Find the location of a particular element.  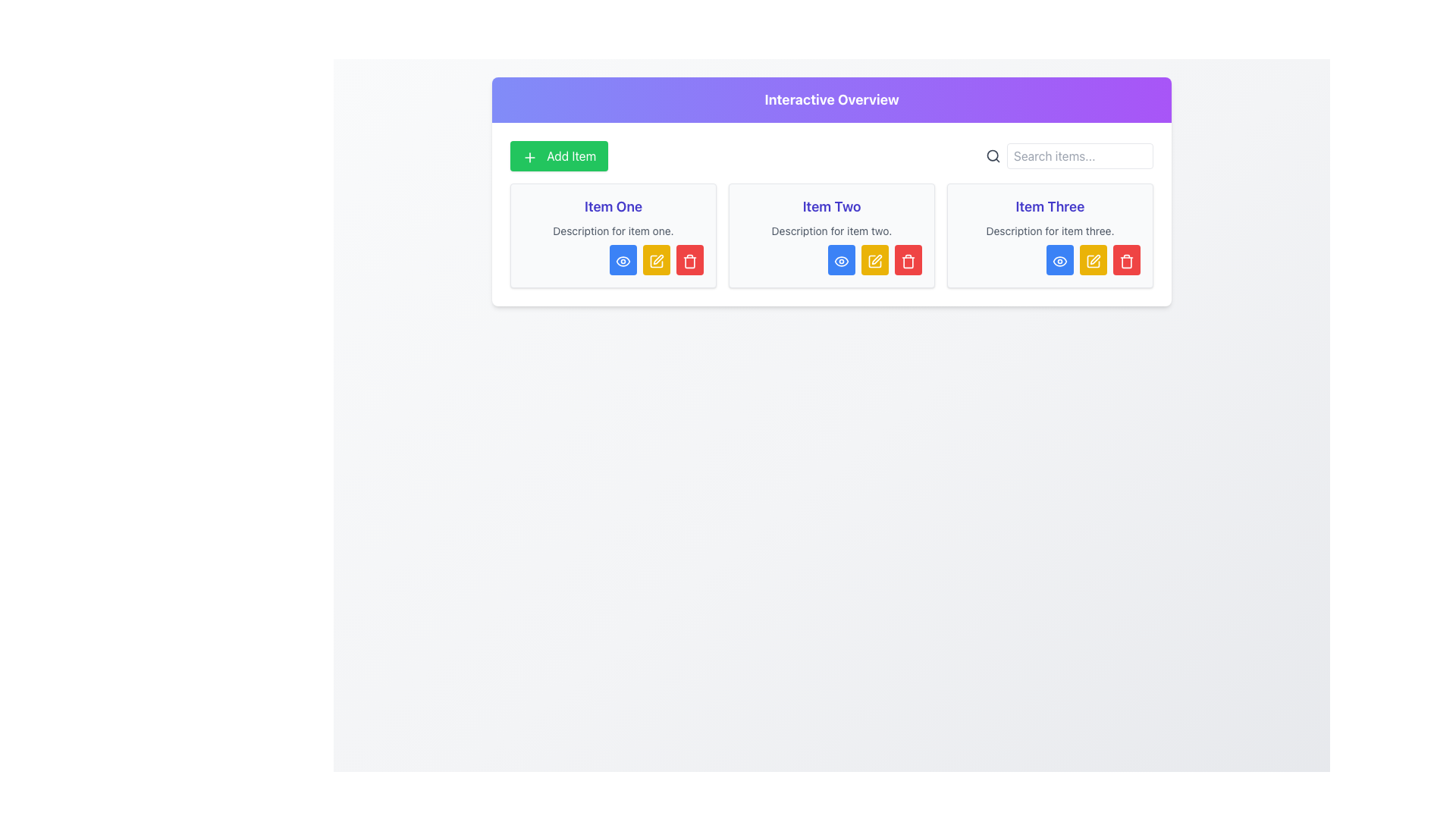

the pen icon within the second button of the 'Item One' card to initiate editing is located at coordinates (658, 259).